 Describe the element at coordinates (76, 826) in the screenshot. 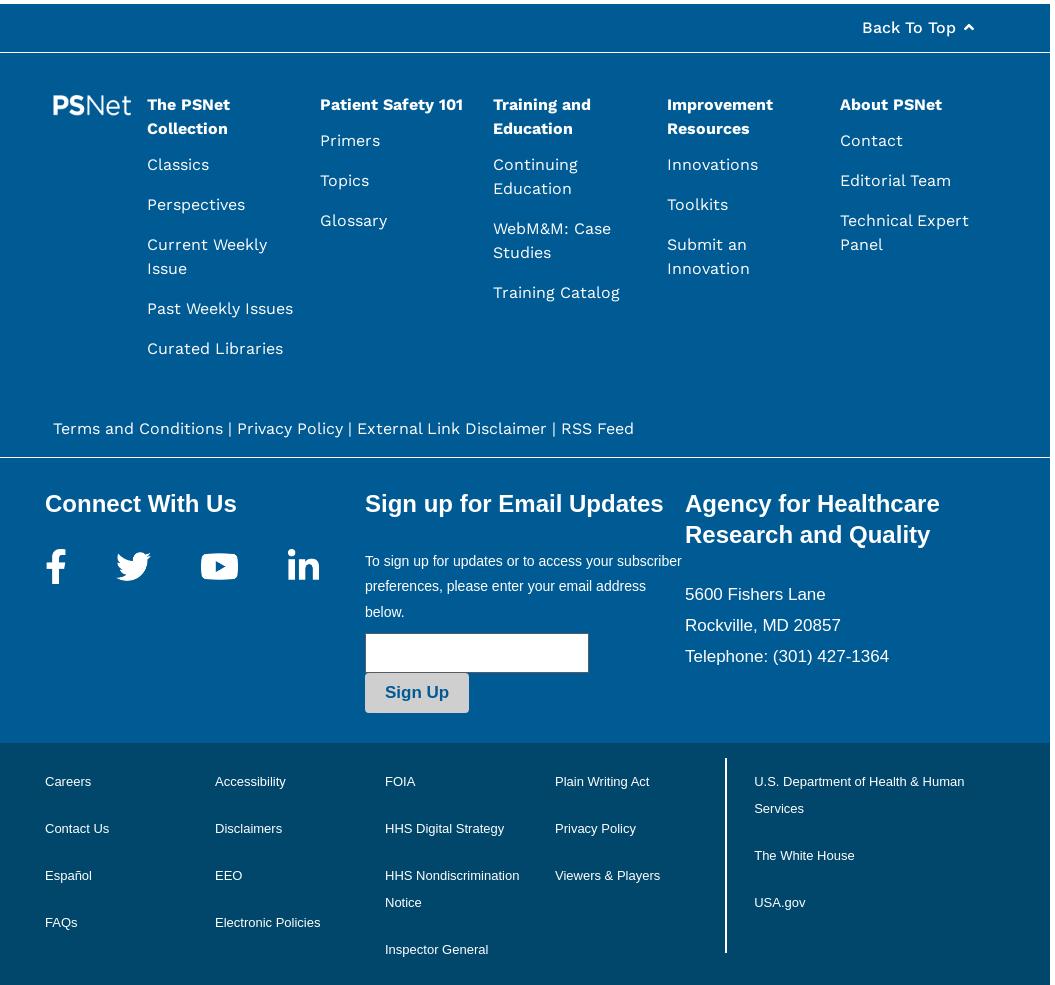

I see `'Contact Us'` at that location.